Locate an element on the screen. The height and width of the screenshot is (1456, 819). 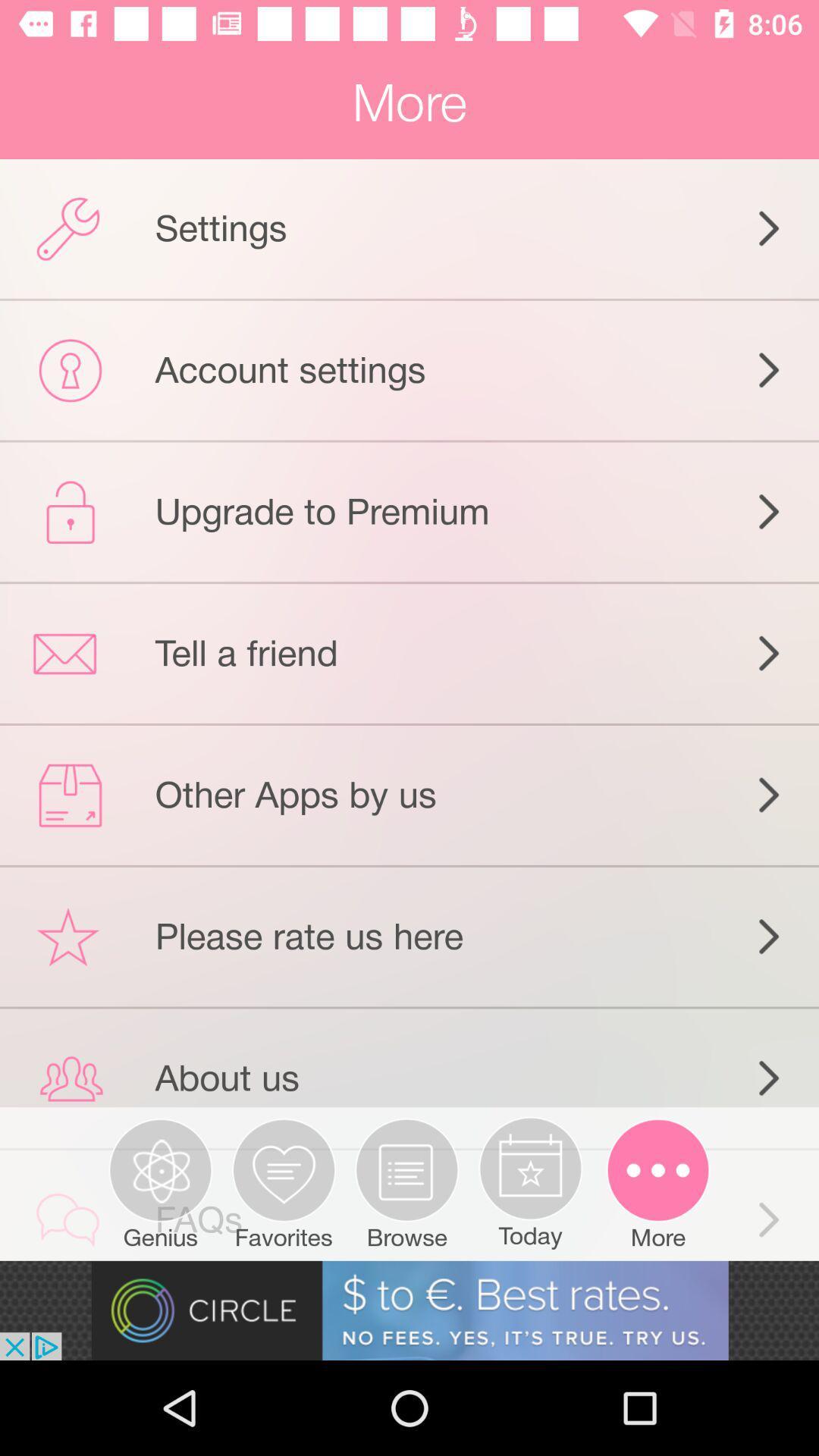
the advertisement is located at coordinates (409, 1310).